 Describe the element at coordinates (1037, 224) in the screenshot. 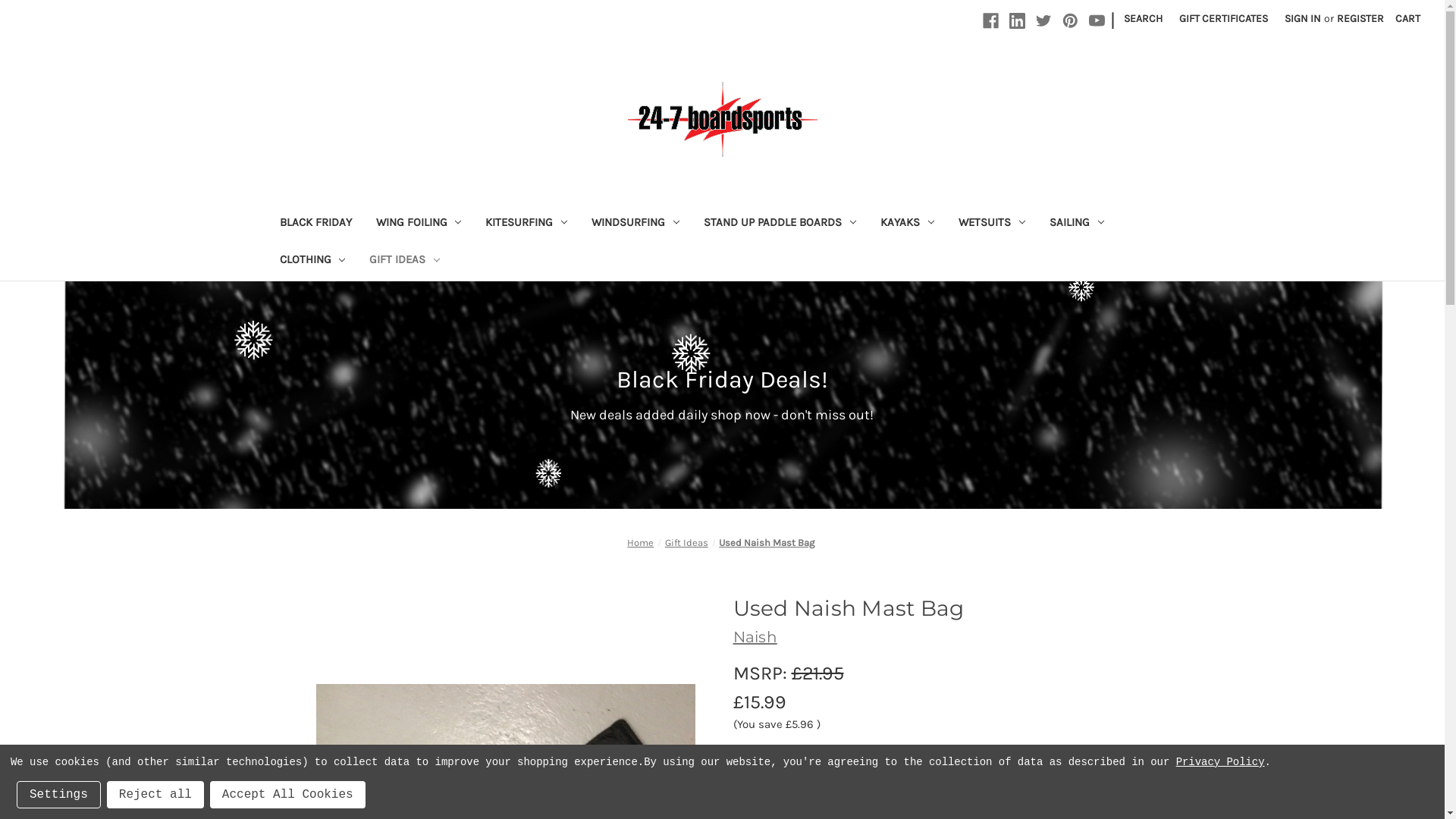

I see `'SAILING'` at that location.